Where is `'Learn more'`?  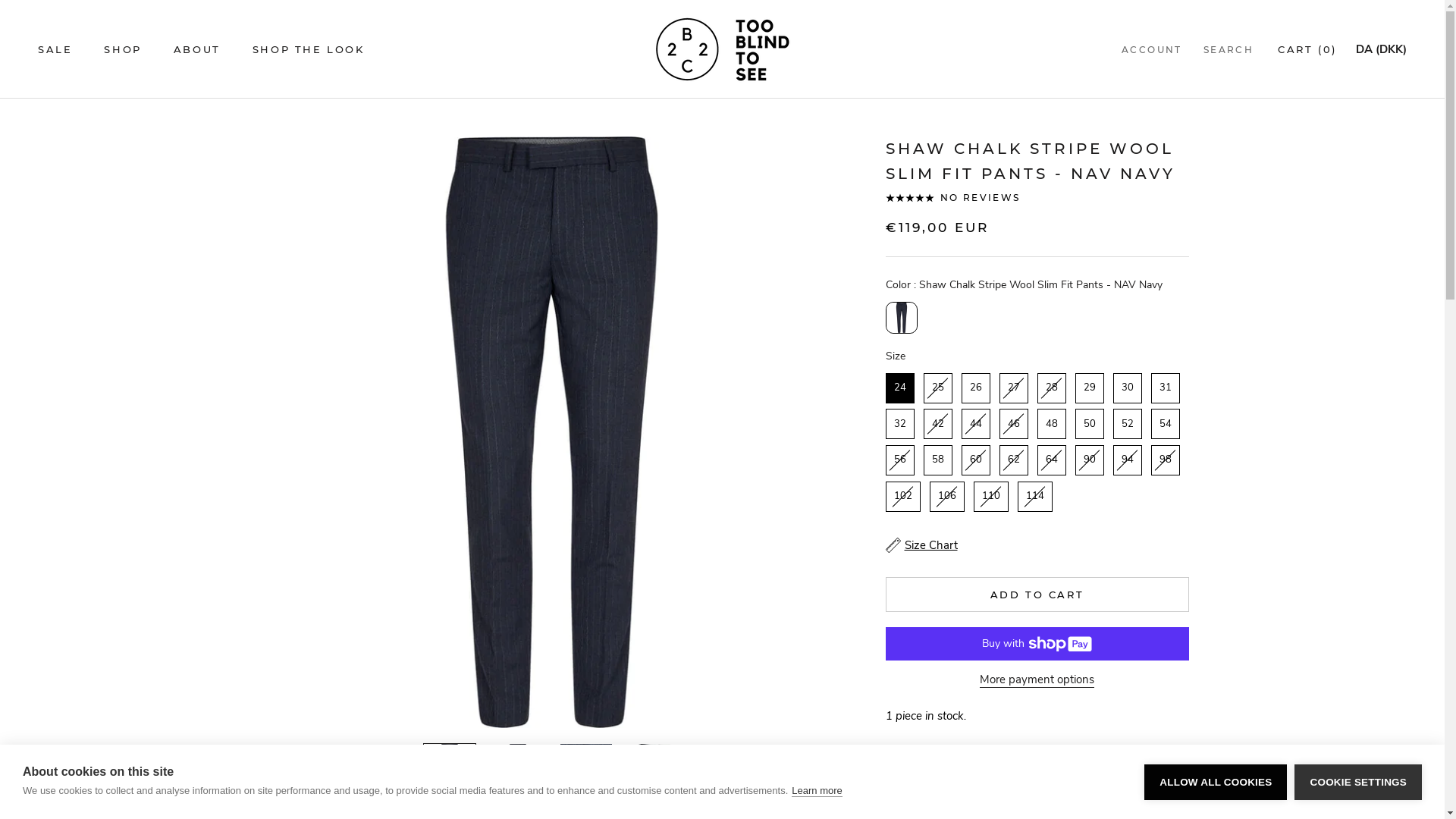 'Learn more' is located at coordinates (815, 789).